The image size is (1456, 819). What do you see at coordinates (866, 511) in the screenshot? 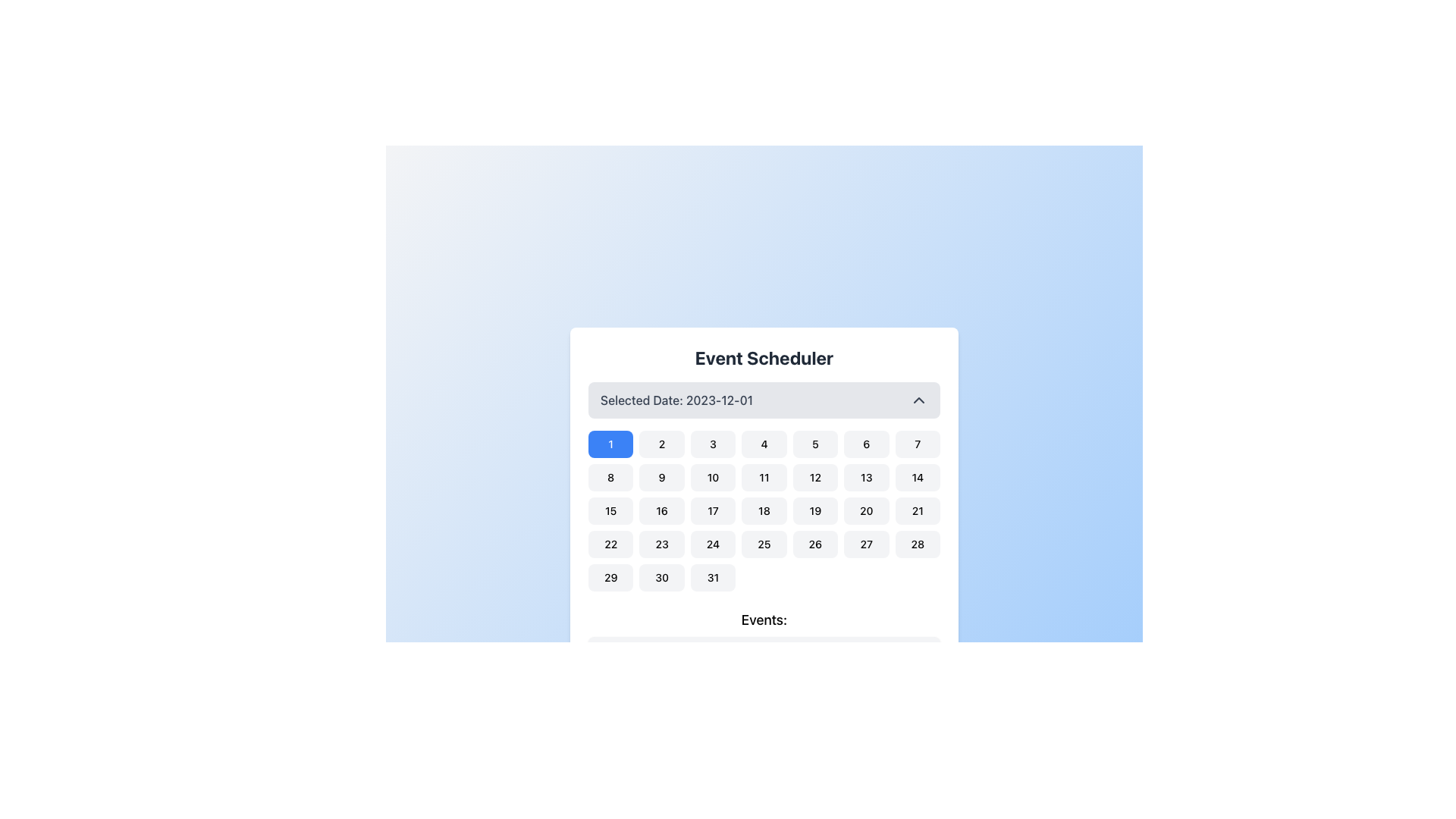
I see `the rectangular button with rounded corners labeled '20' to change its appearance` at bounding box center [866, 511].